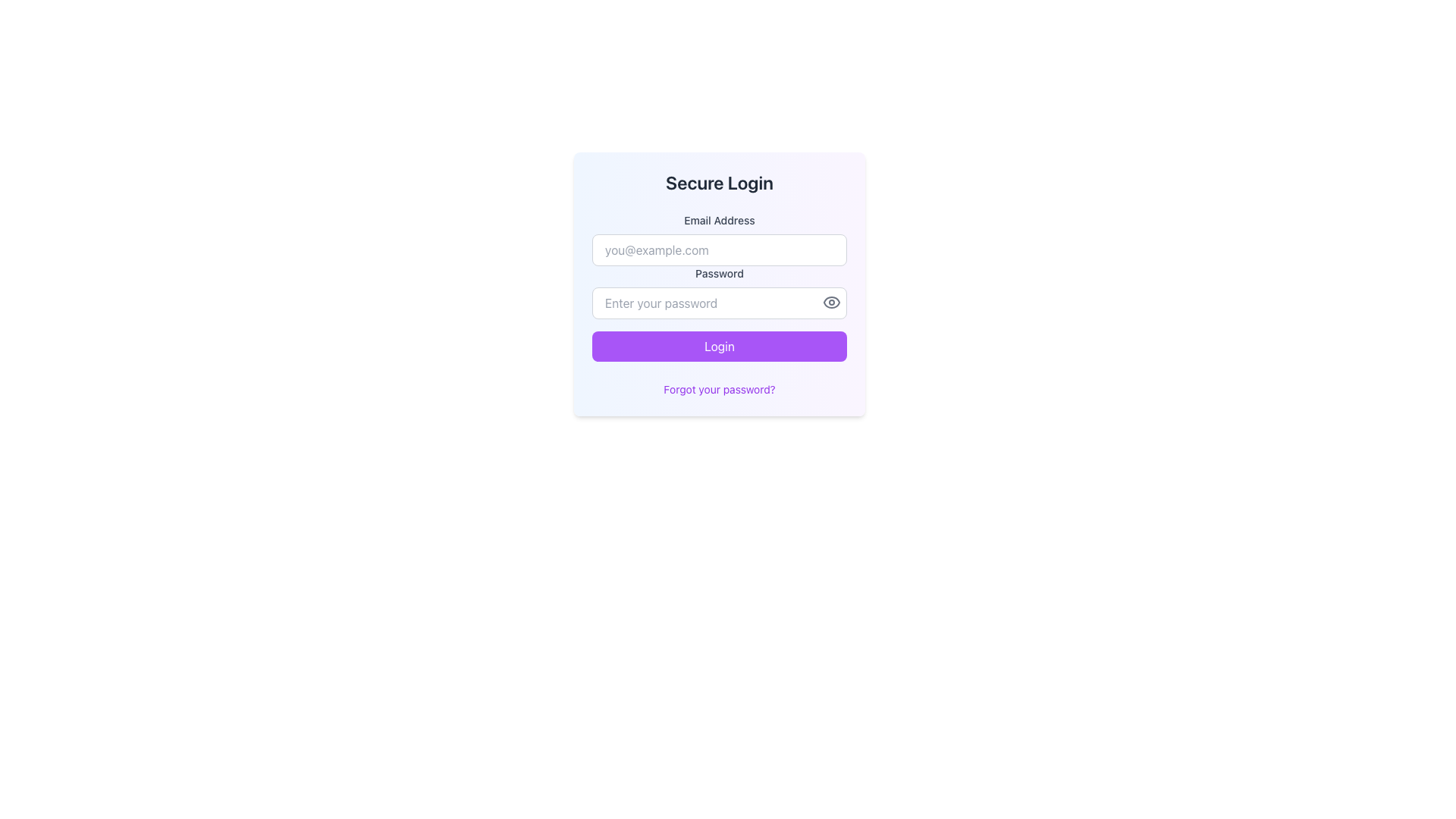 The image size is (1456, 819). Describe the element at coordinates (831, 302) in the screenshot. I see `the eye icon component` at that location.